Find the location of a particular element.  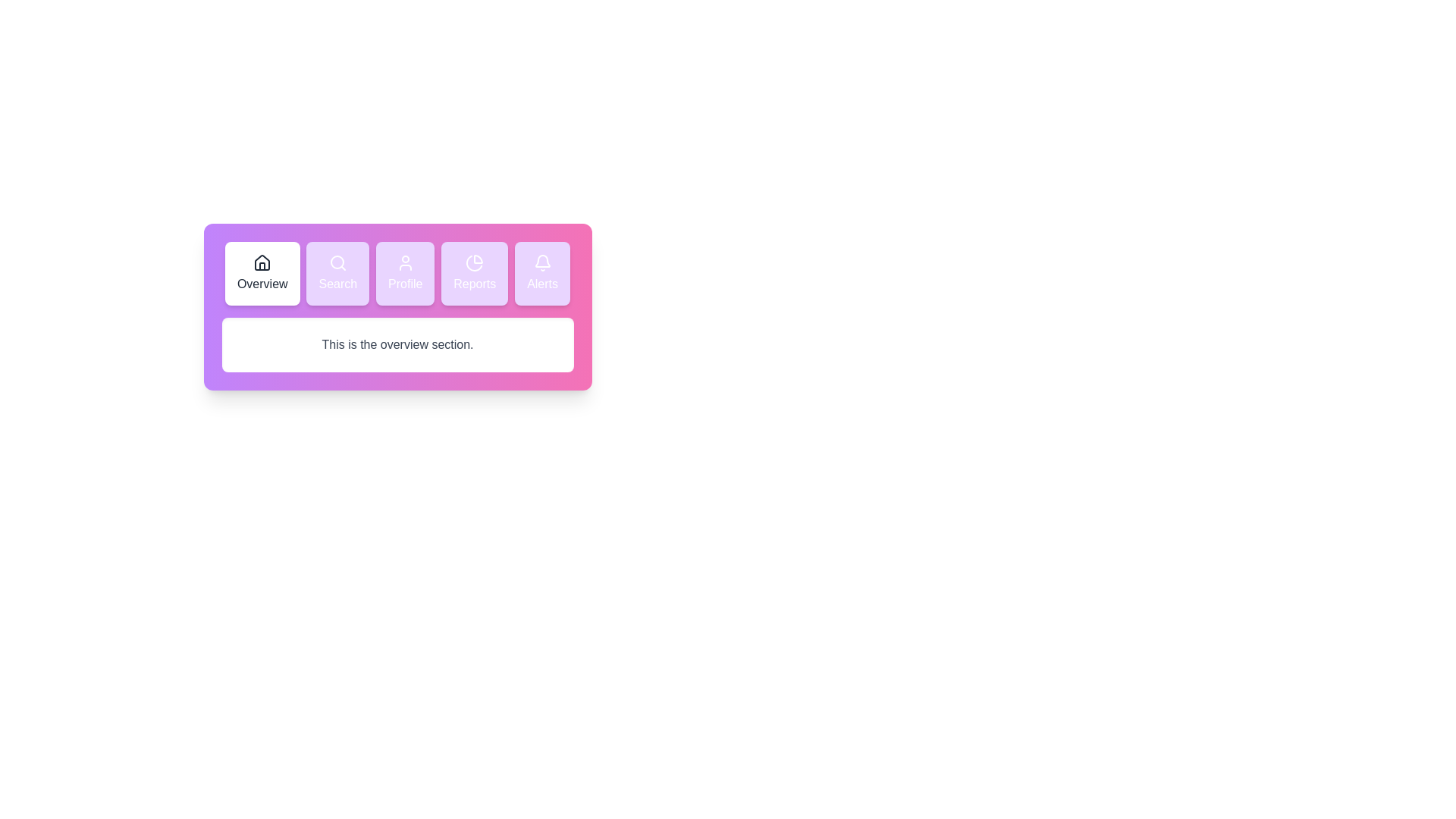

the 'Profile' text label, which is styled with a white font on a pastel purple background and is located in the navigation bar beneath a user silhouette icon is located at coordinates (405, 284).